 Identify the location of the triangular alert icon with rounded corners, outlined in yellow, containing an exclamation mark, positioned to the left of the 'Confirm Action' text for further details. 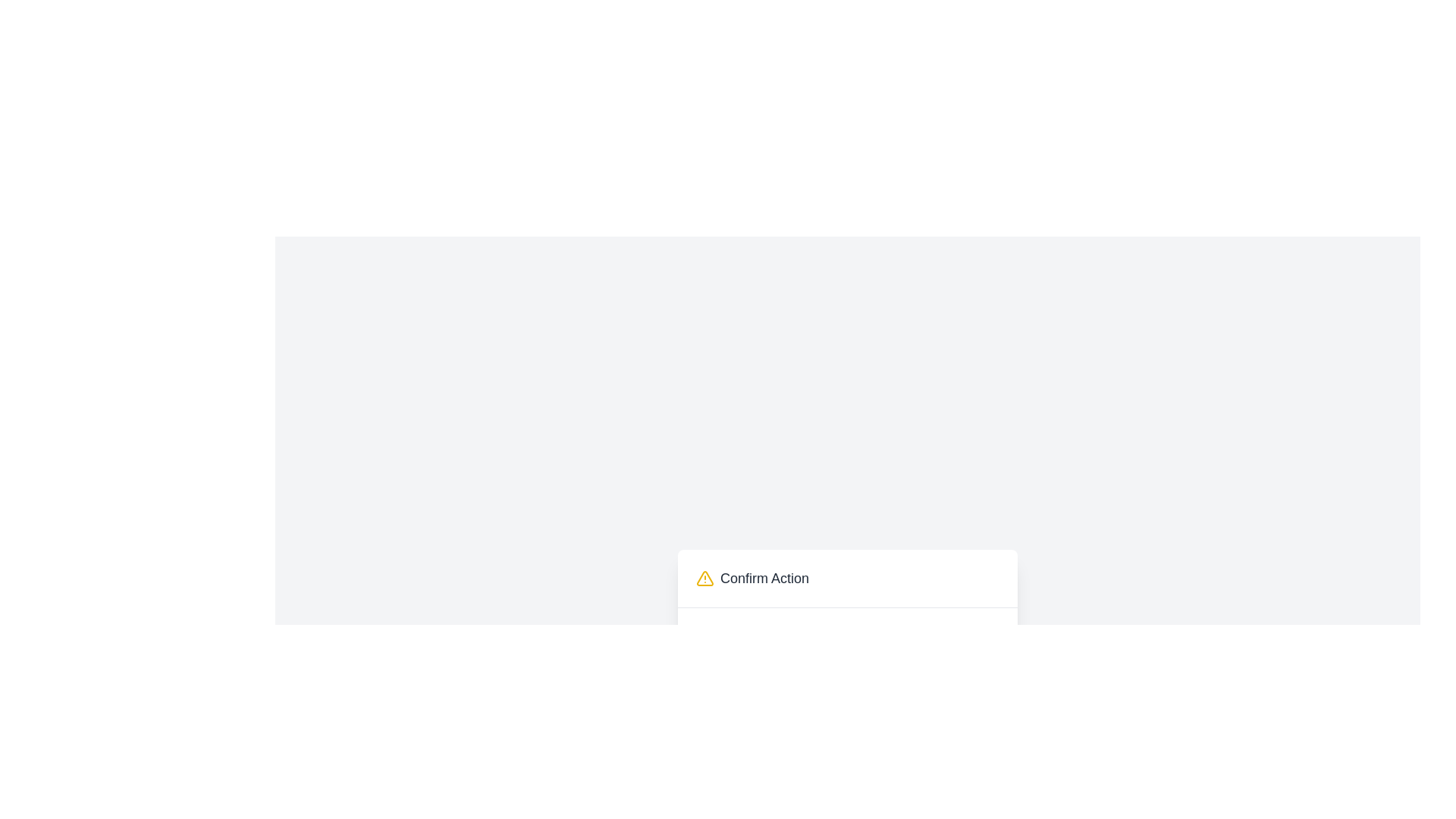
(704, 579).